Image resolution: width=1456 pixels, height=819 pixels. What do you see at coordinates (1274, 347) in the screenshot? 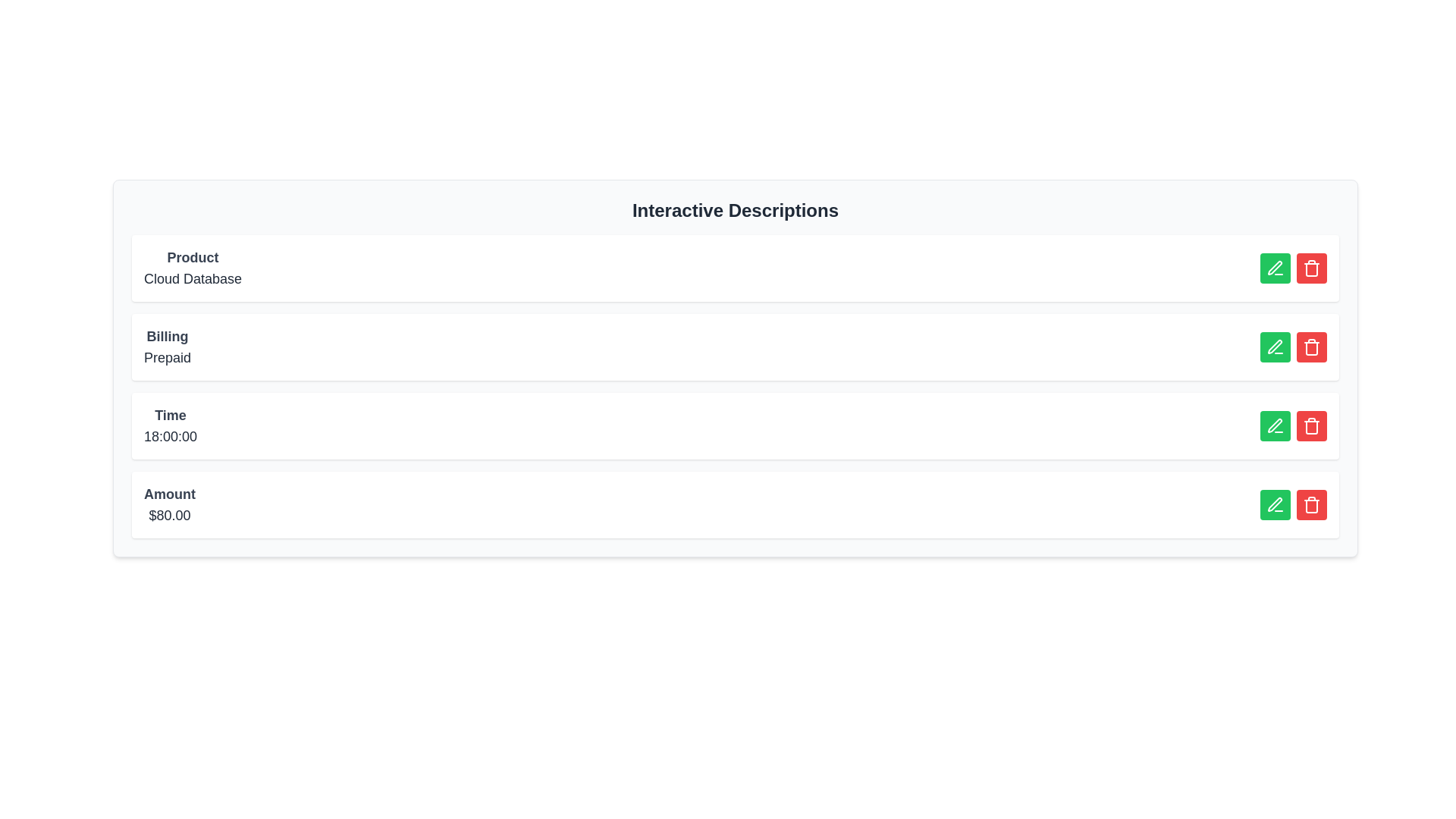
I see `the pen icon with a green circular background that denotes editing functionality, located to the right of the 'Time' field label in the interface` at bounding box center [1274, 347].